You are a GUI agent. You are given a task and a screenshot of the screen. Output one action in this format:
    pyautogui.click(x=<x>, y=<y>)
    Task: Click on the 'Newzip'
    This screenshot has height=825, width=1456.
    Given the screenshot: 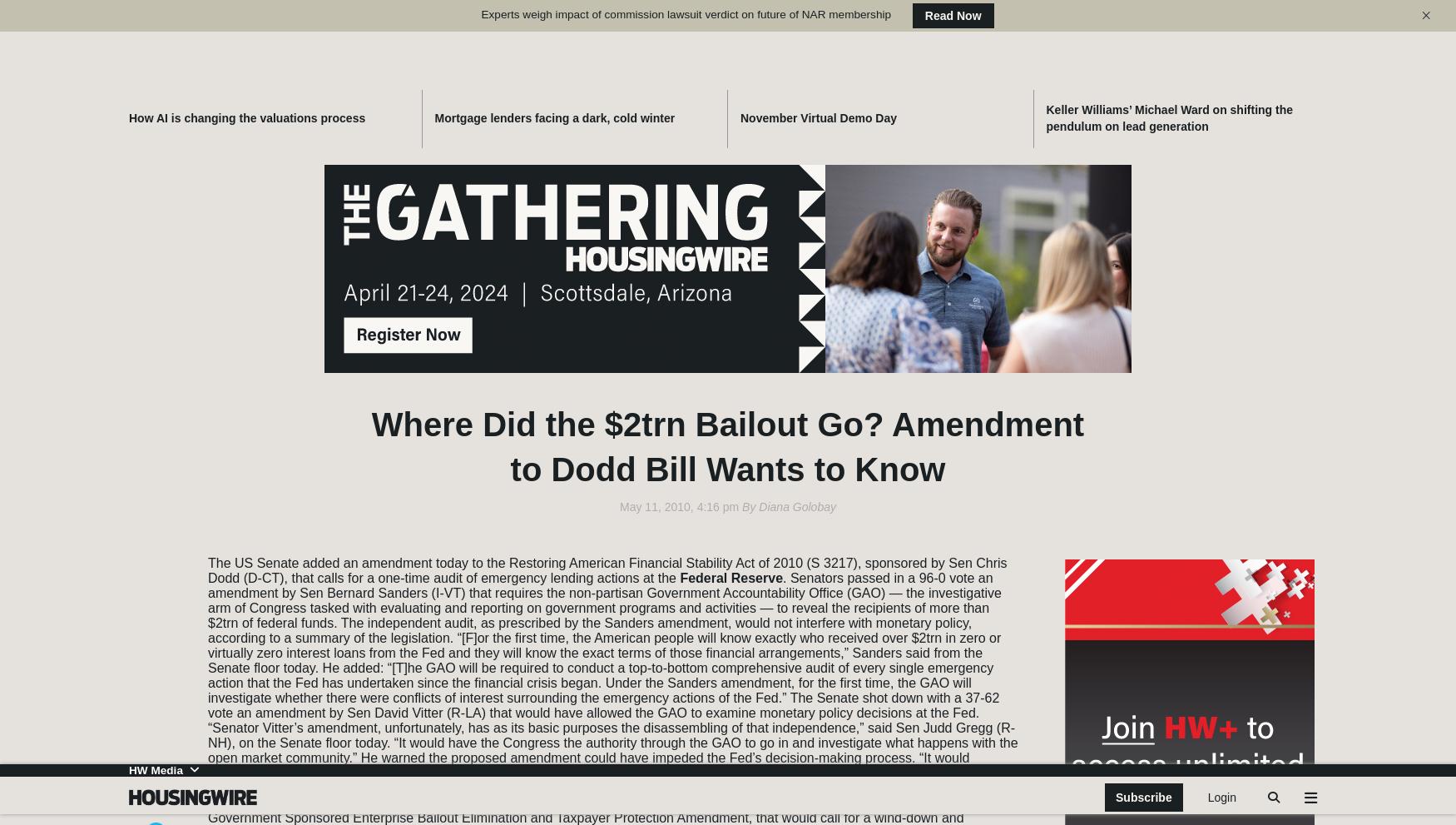 What is the action you would take?
    pyautogui.click(x=1096, y=663)
    